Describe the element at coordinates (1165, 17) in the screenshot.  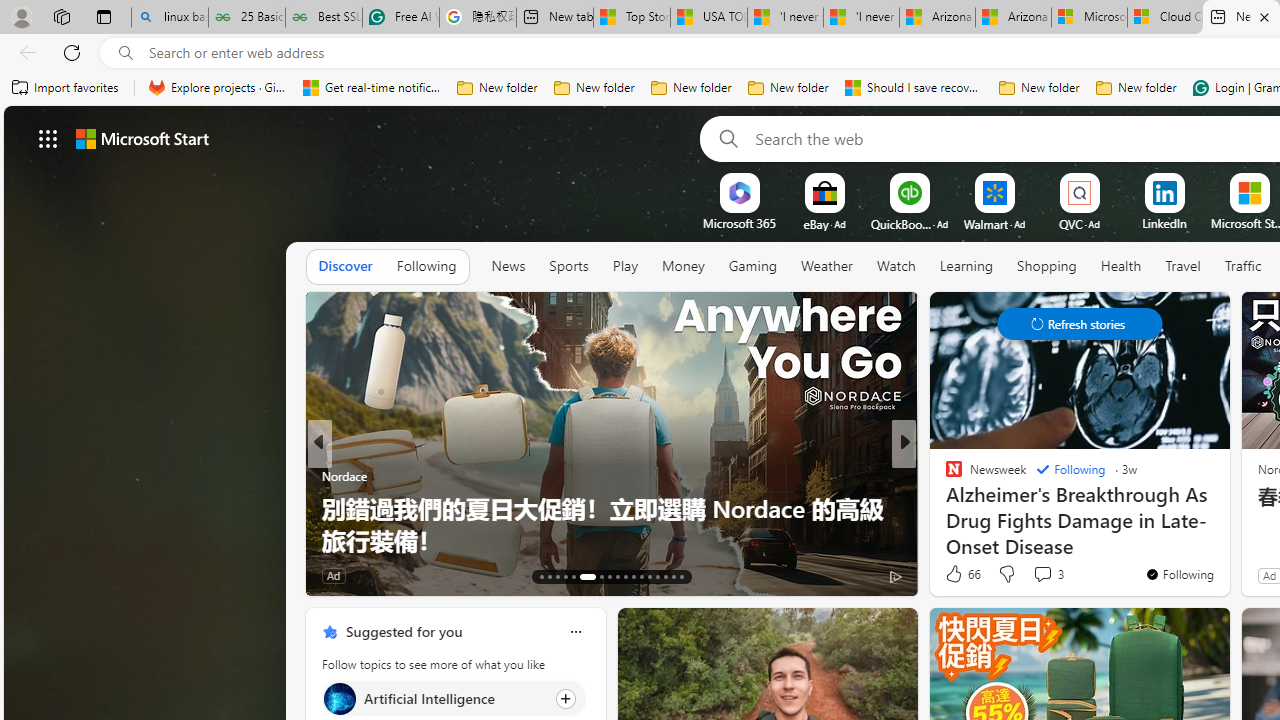
I see `'Cloud Computing Services | Microsoft Azure'` at that location.